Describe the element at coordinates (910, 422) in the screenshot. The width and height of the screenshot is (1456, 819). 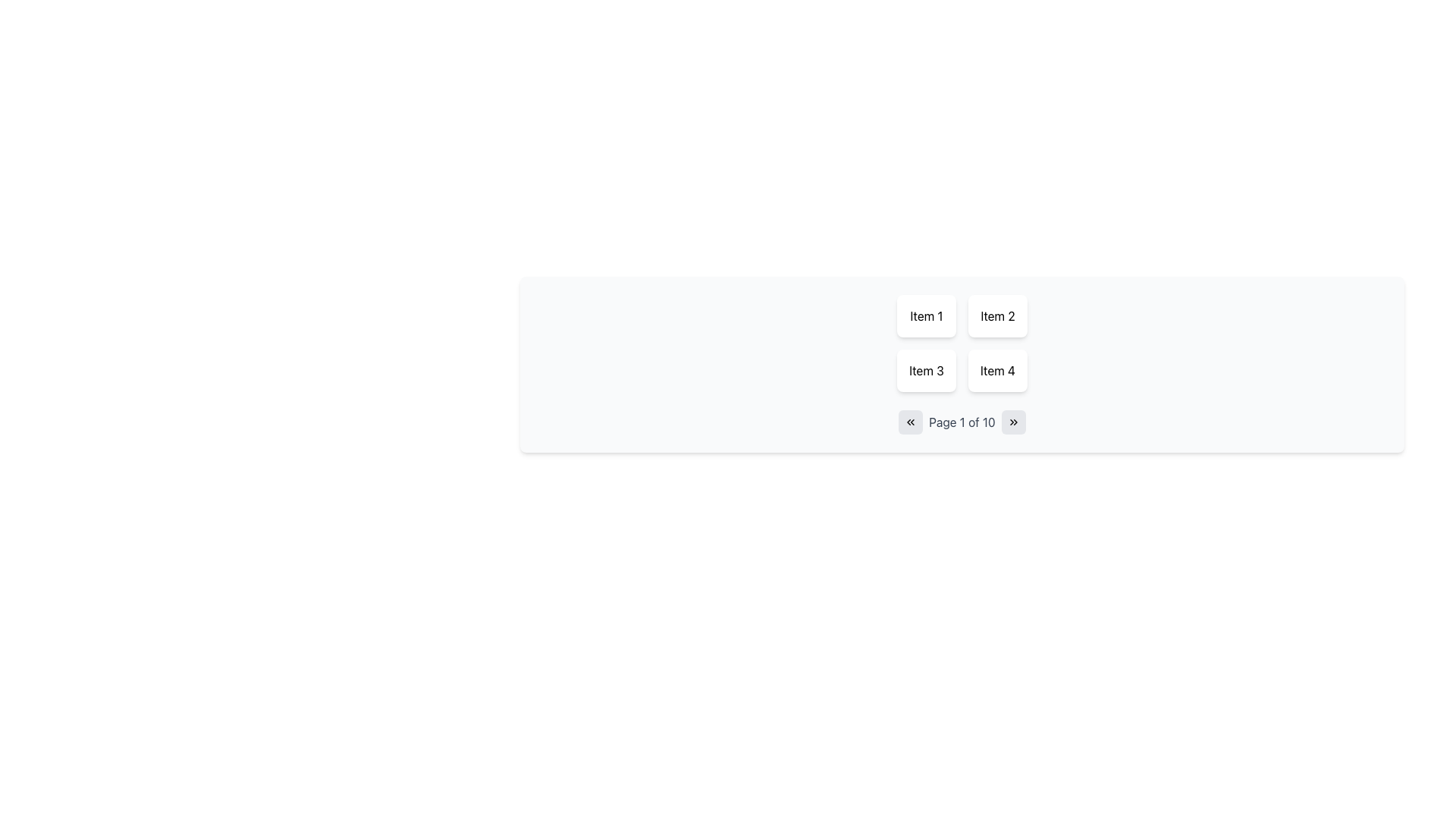
I see `the small rectangular button with rounded edges that has a light gray background and a black double-chevron left arrow icon for keyboard control` at that location.